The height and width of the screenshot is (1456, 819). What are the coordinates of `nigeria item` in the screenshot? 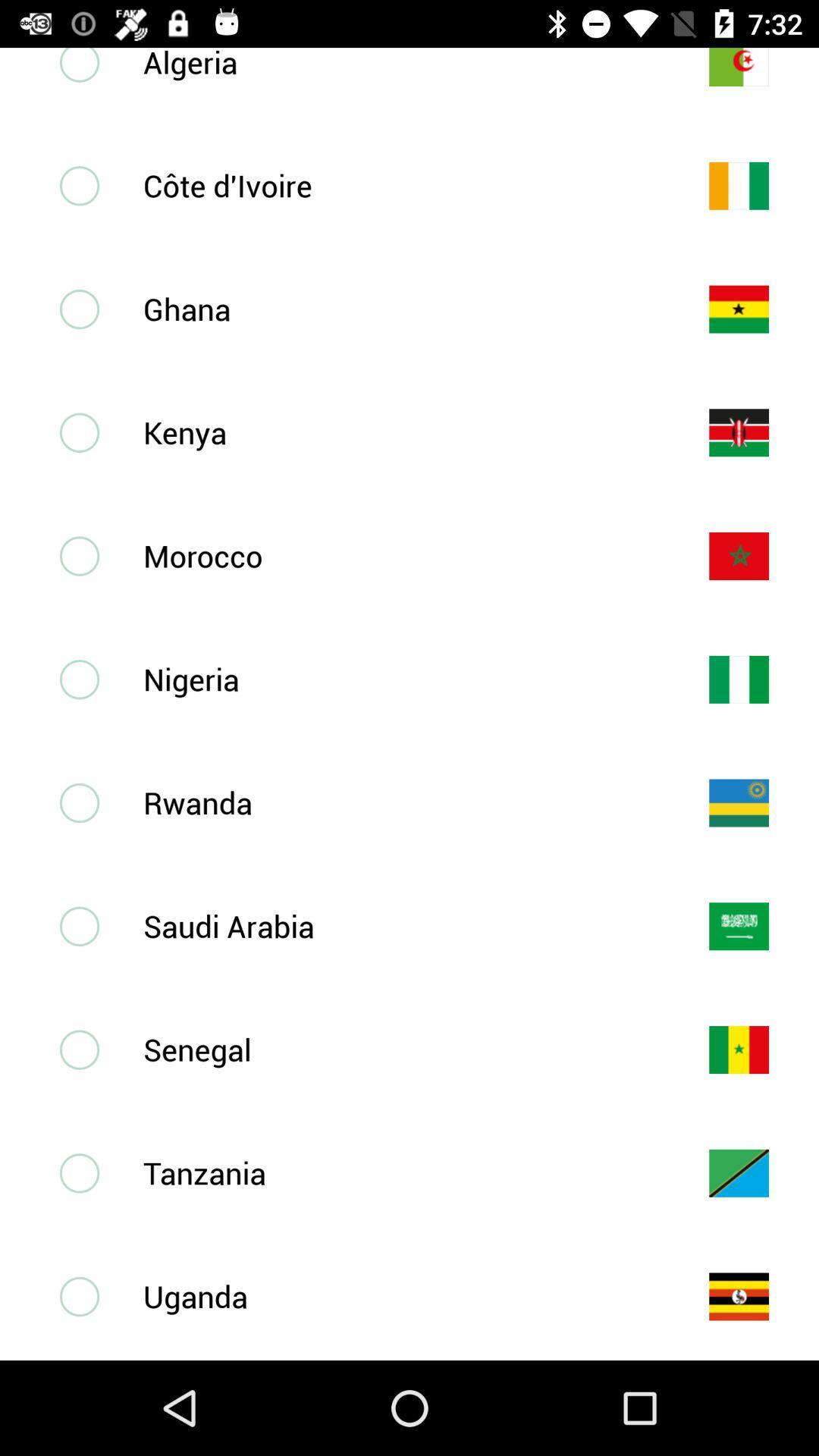 It's located at (400, 678).